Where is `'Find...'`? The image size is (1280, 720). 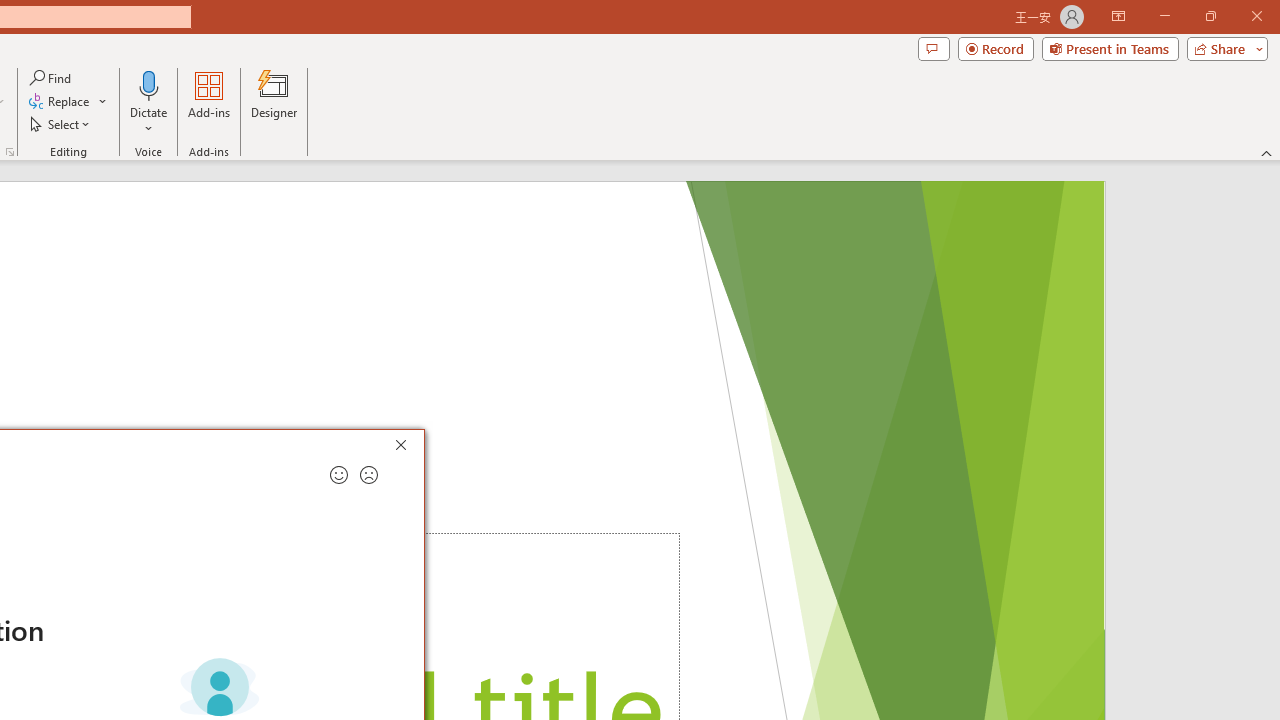 'Find...' is located at coordinates (51, 77).